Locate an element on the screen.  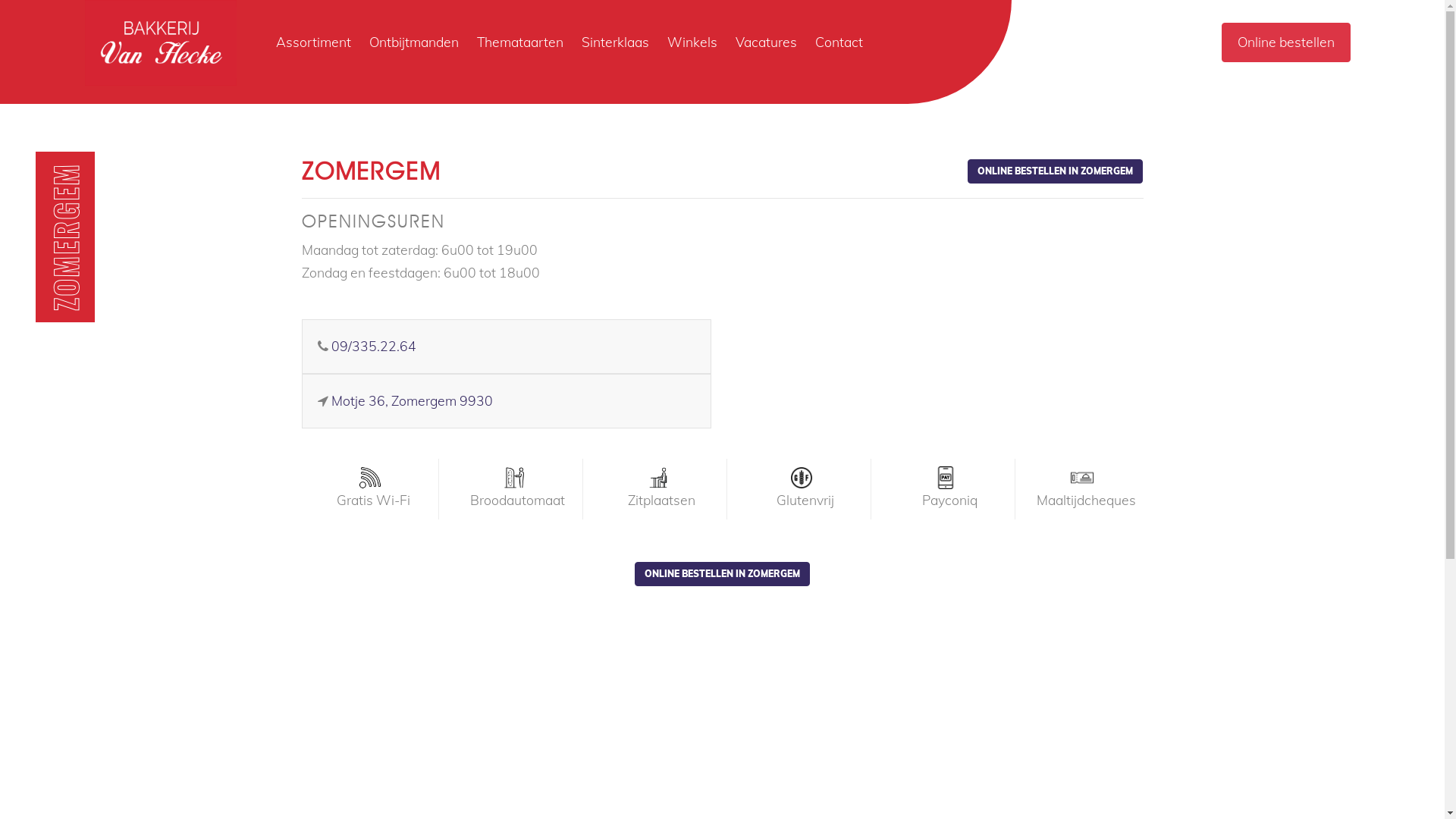
'Winkels' is located at coordinates (691, 42).